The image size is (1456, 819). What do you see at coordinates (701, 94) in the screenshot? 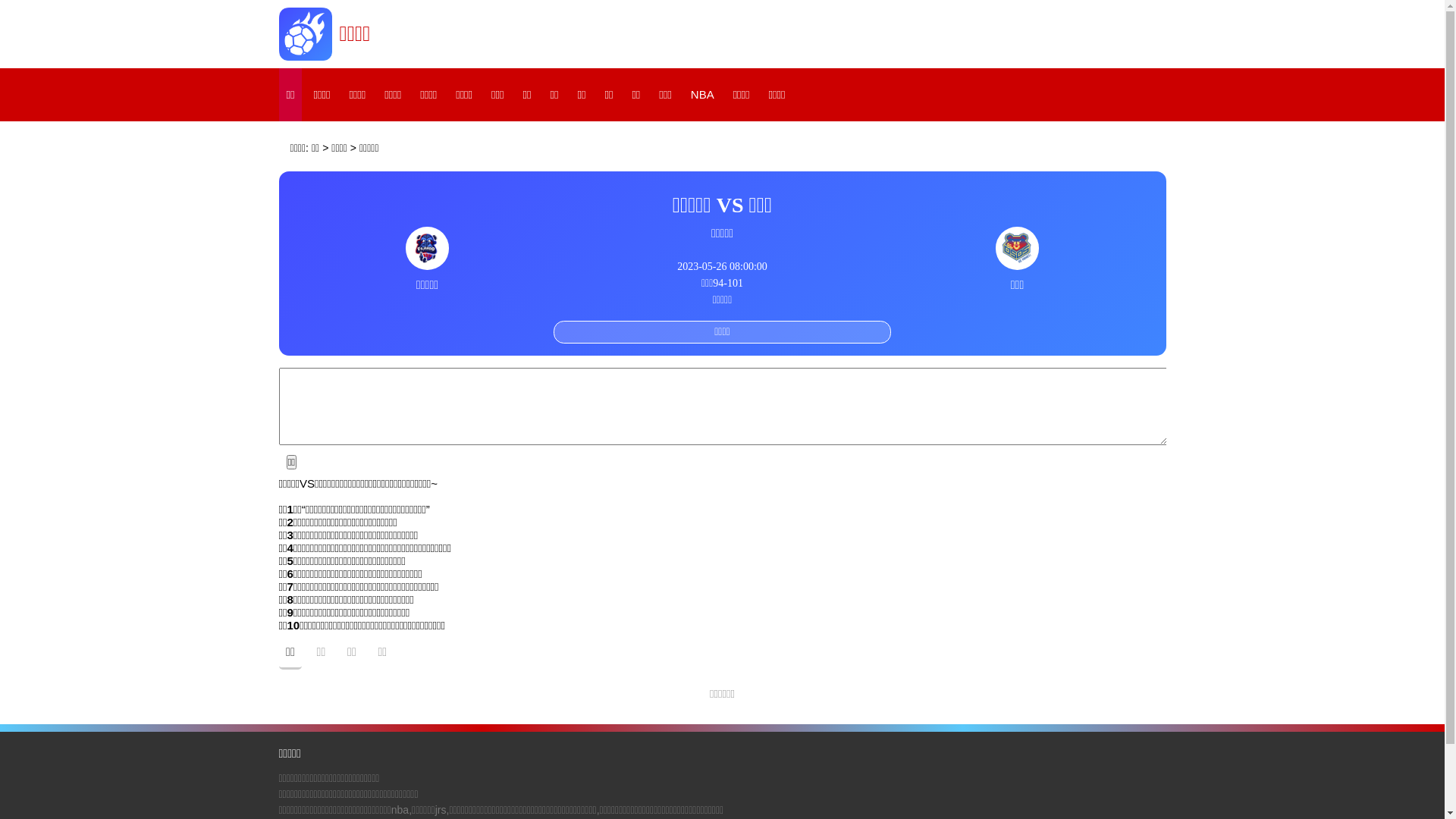
I see `'NBA'` at bounding box center [701, 94].